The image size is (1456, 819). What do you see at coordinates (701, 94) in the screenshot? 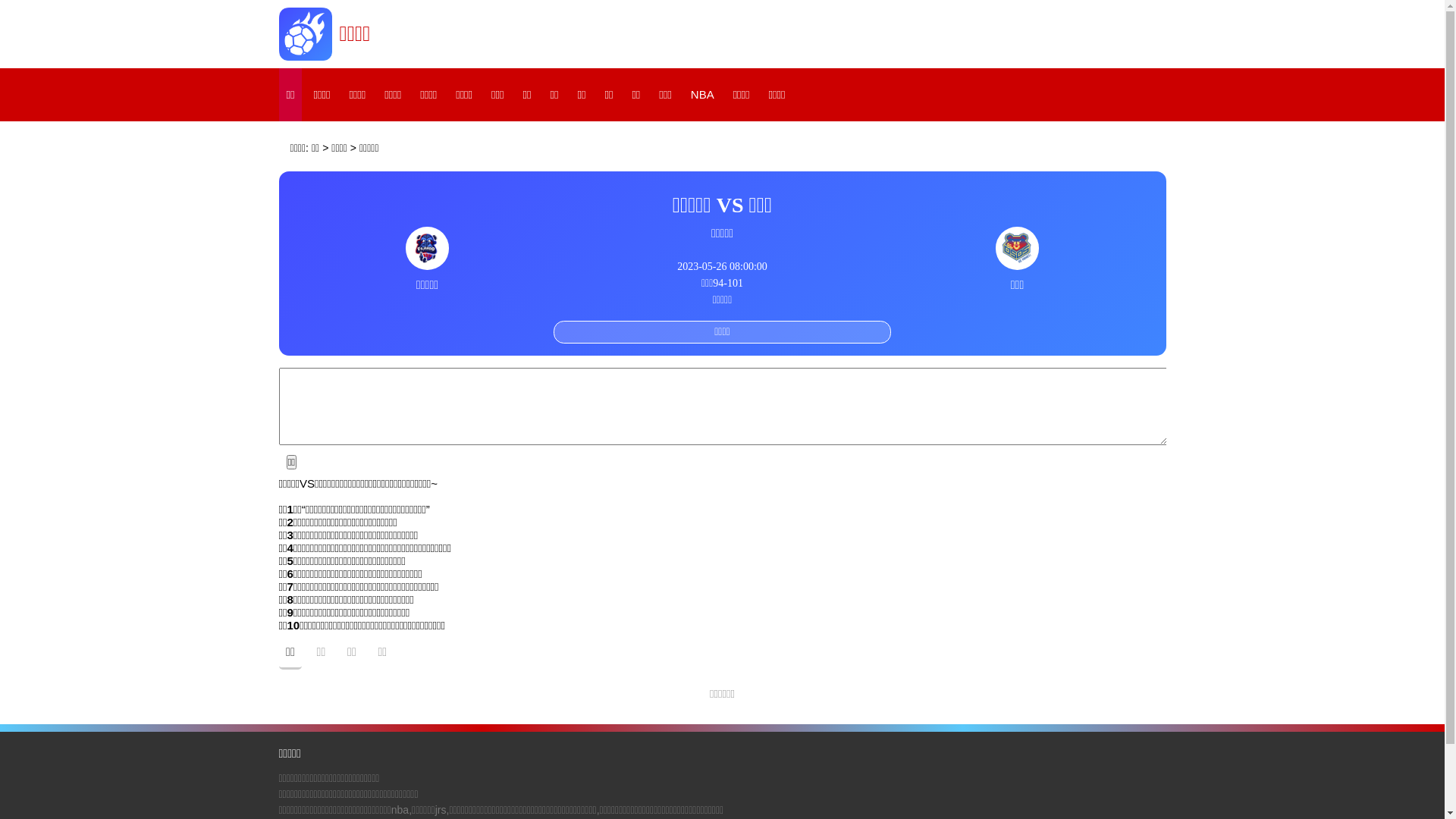
I see `'NBA'` at bounding box center [701, 94].